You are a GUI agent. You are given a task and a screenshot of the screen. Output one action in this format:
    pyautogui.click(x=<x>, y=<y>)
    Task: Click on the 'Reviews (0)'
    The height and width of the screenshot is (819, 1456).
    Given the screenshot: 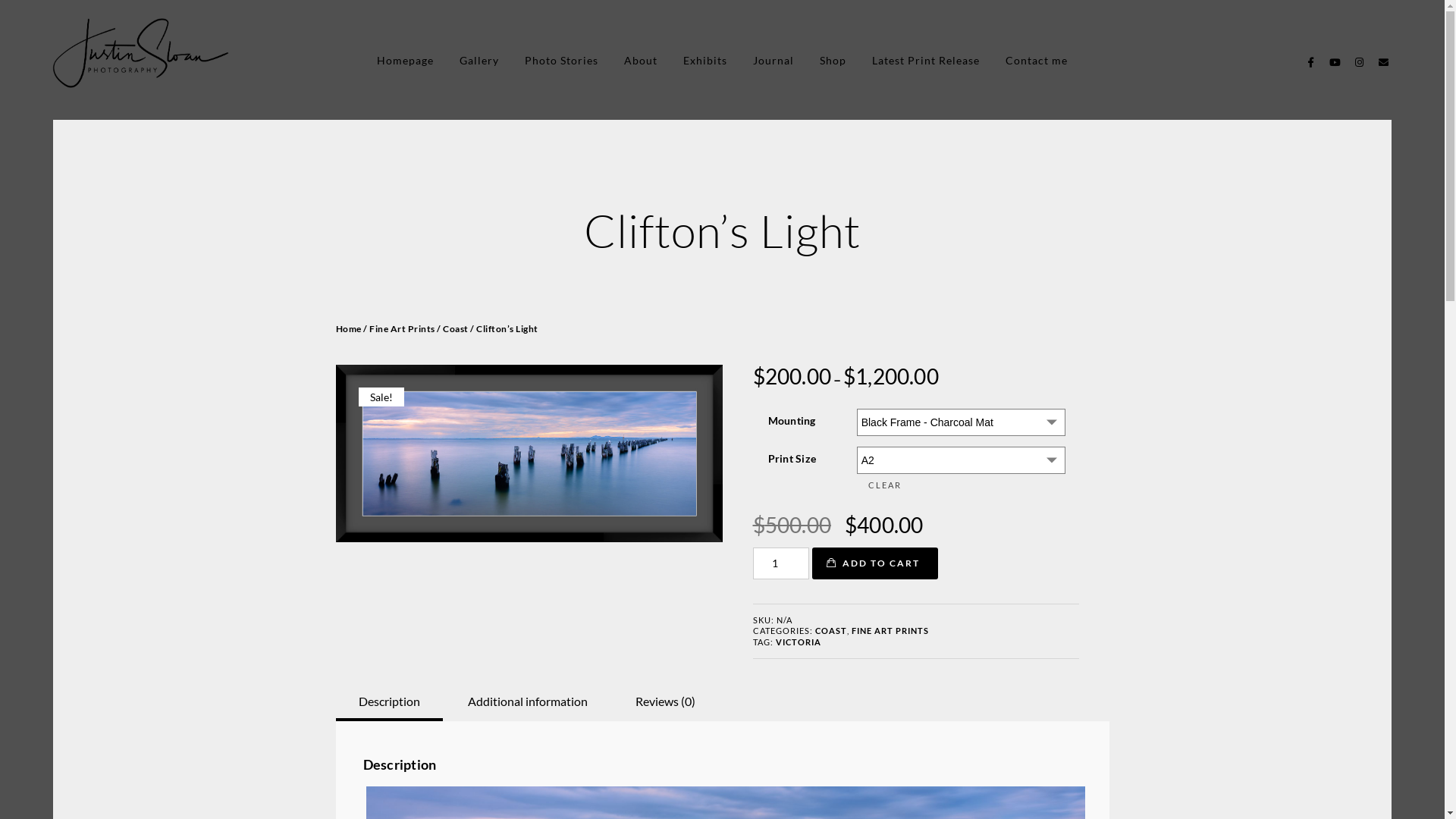 What is the action you would take?
    pyautogui.click(x=665, y=701)
    